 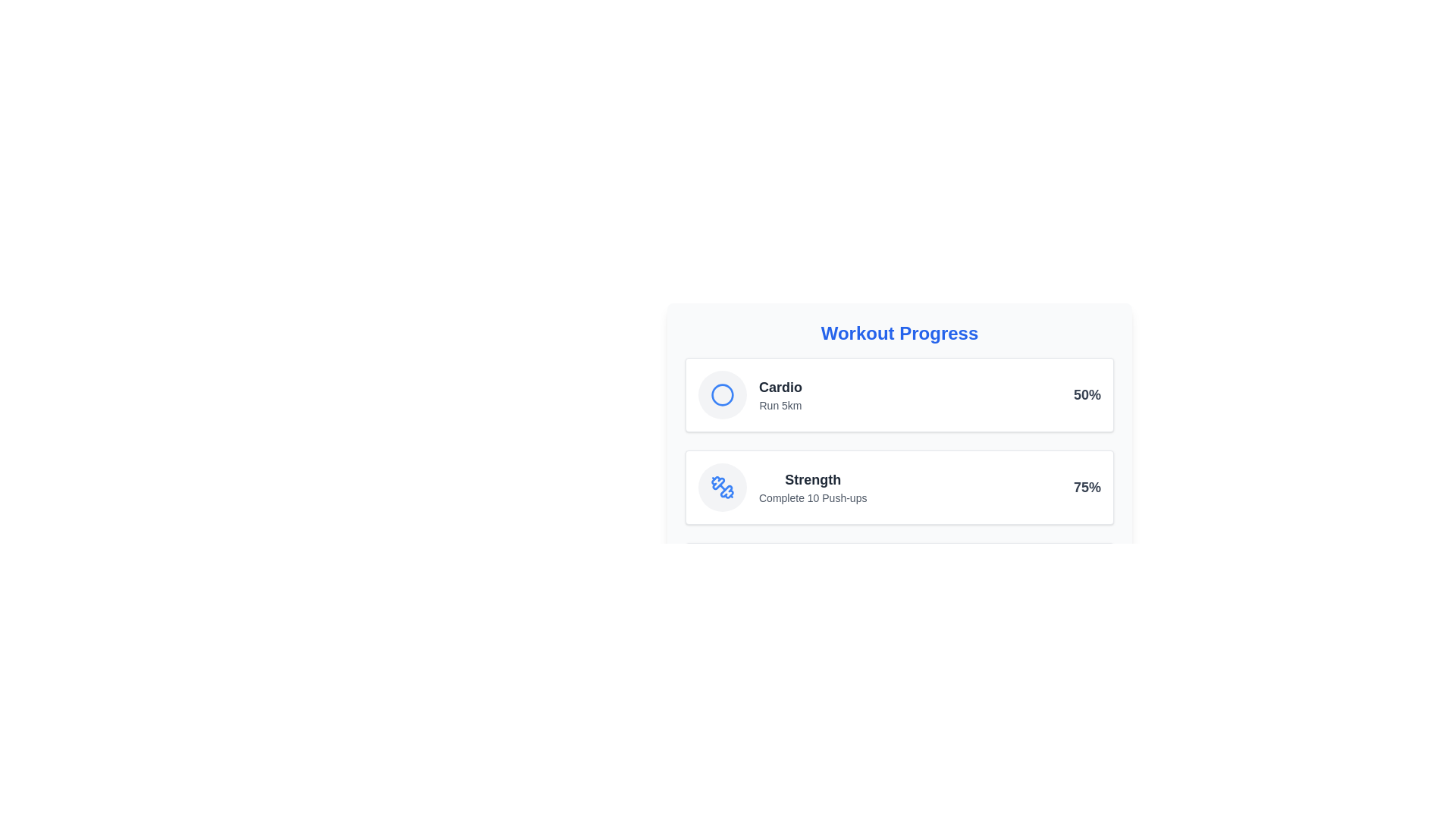 What do you see at coordinates (722, 394) in the screenshot?
I see `the circle icon representing the 'Cardio' entry in the 'Workout Progress' list` at bounding box center [722, 394].